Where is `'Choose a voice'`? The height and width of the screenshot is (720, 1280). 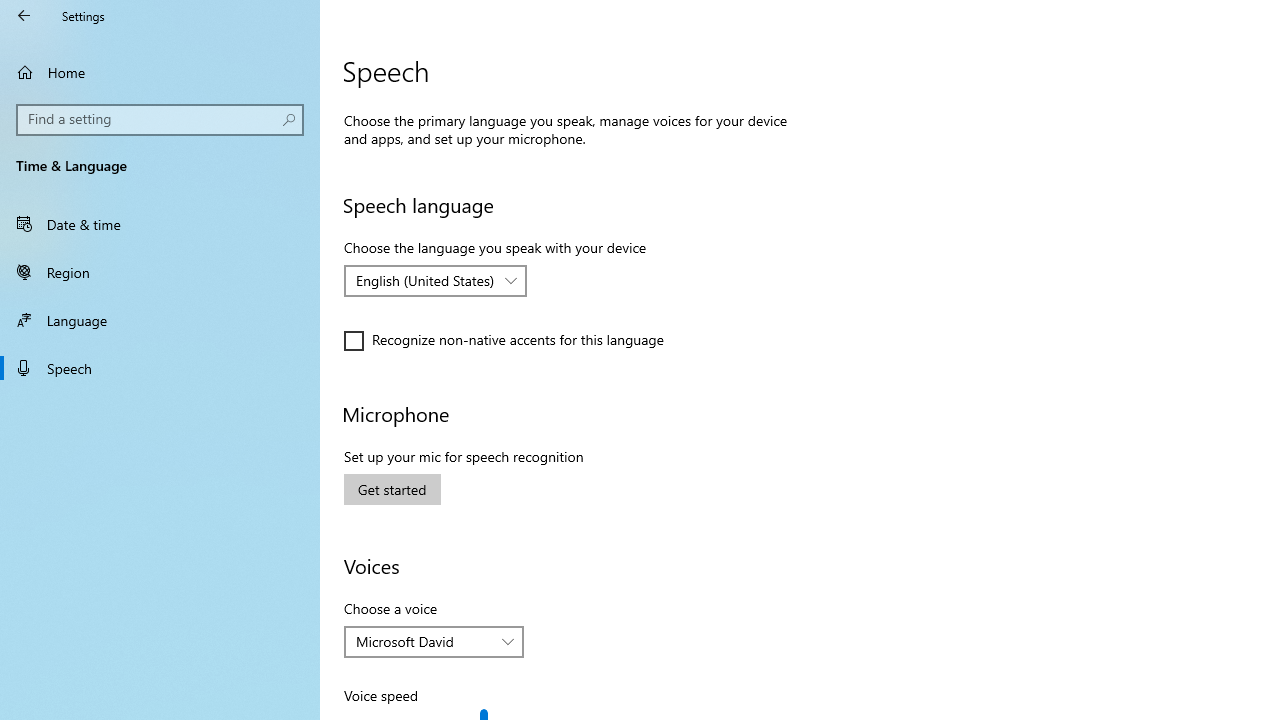
'Choose a voice' is located at coordinates (432, 641).